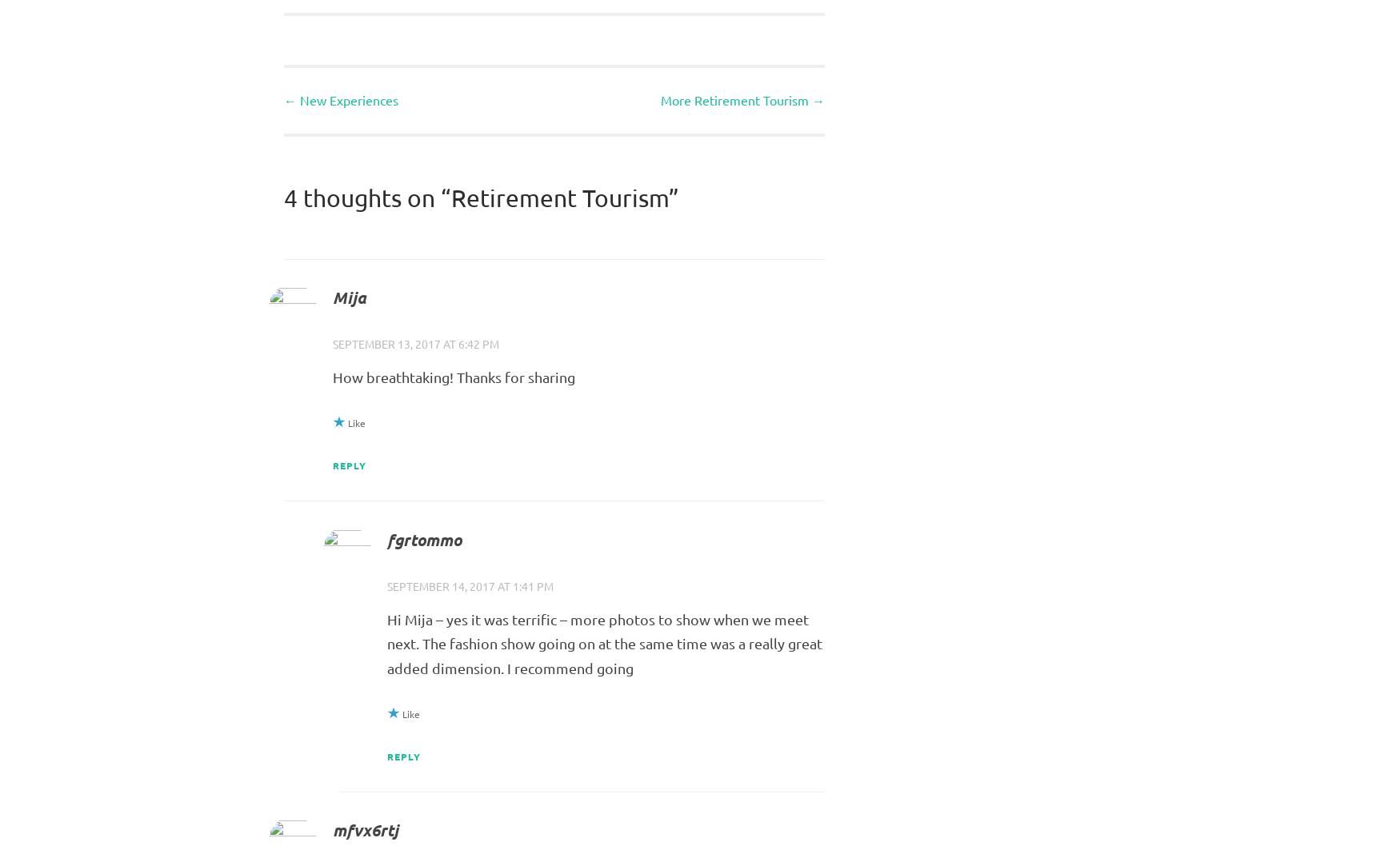  Describe the element at coordinates (422, 538) in the screenshot. I see `'fgrtommo'` at that location.